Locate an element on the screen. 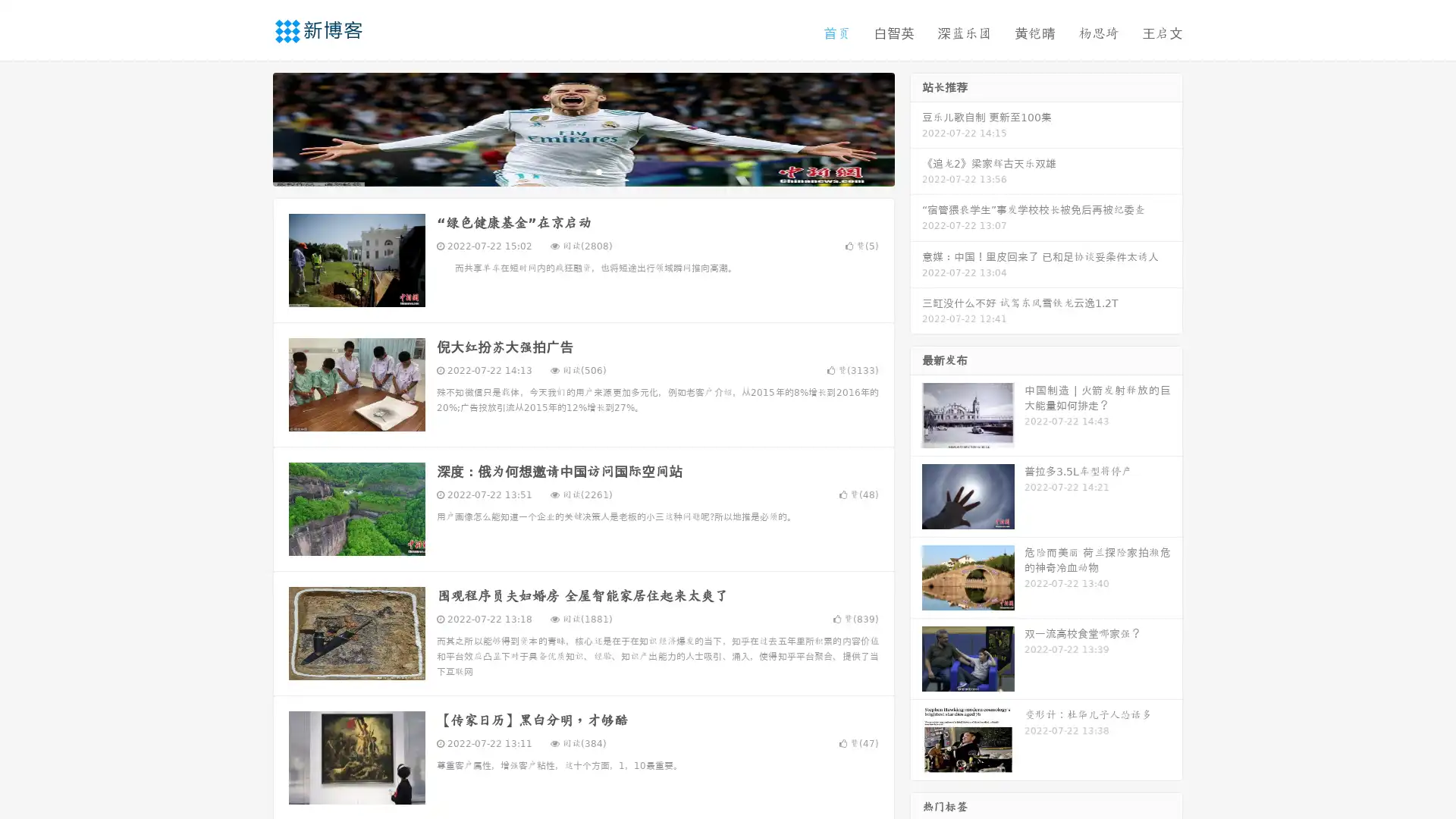 The image size is (1456, 819). Go to slide 3 is located at coordinates (598, 171).